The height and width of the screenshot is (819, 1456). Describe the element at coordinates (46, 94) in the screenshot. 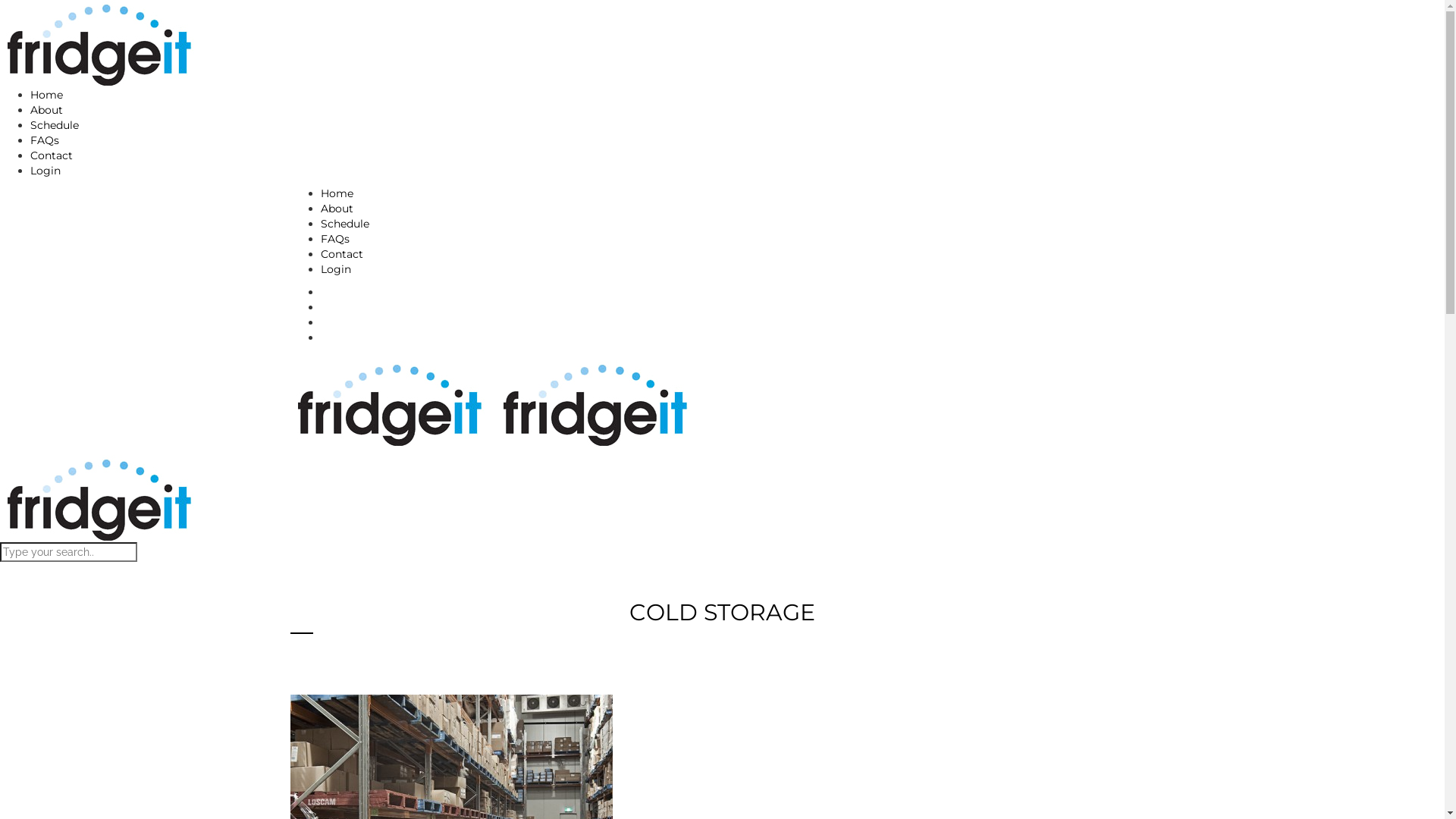

I see `'Home'` at that location.